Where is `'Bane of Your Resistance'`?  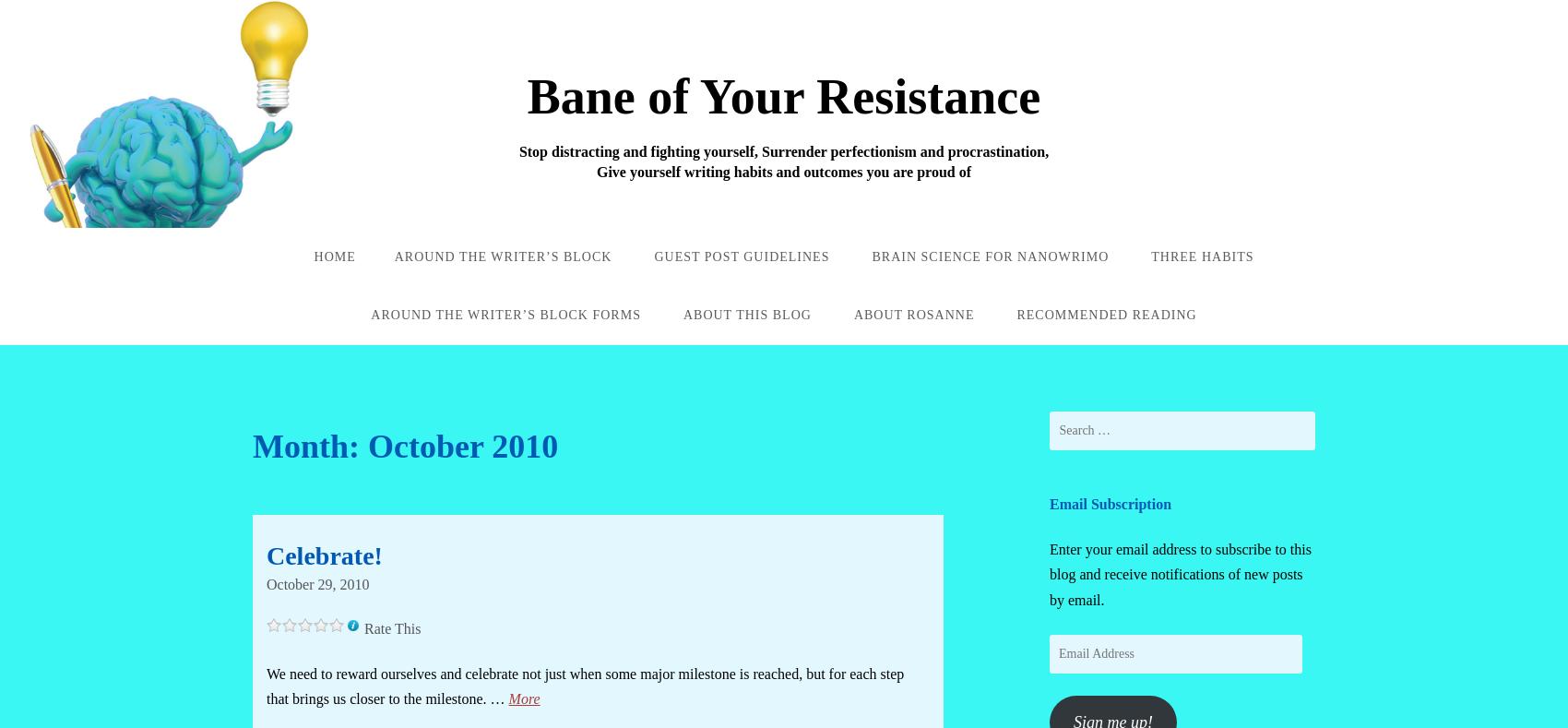 'Bane of Your Resistance' is located at coordinates (782, 97).